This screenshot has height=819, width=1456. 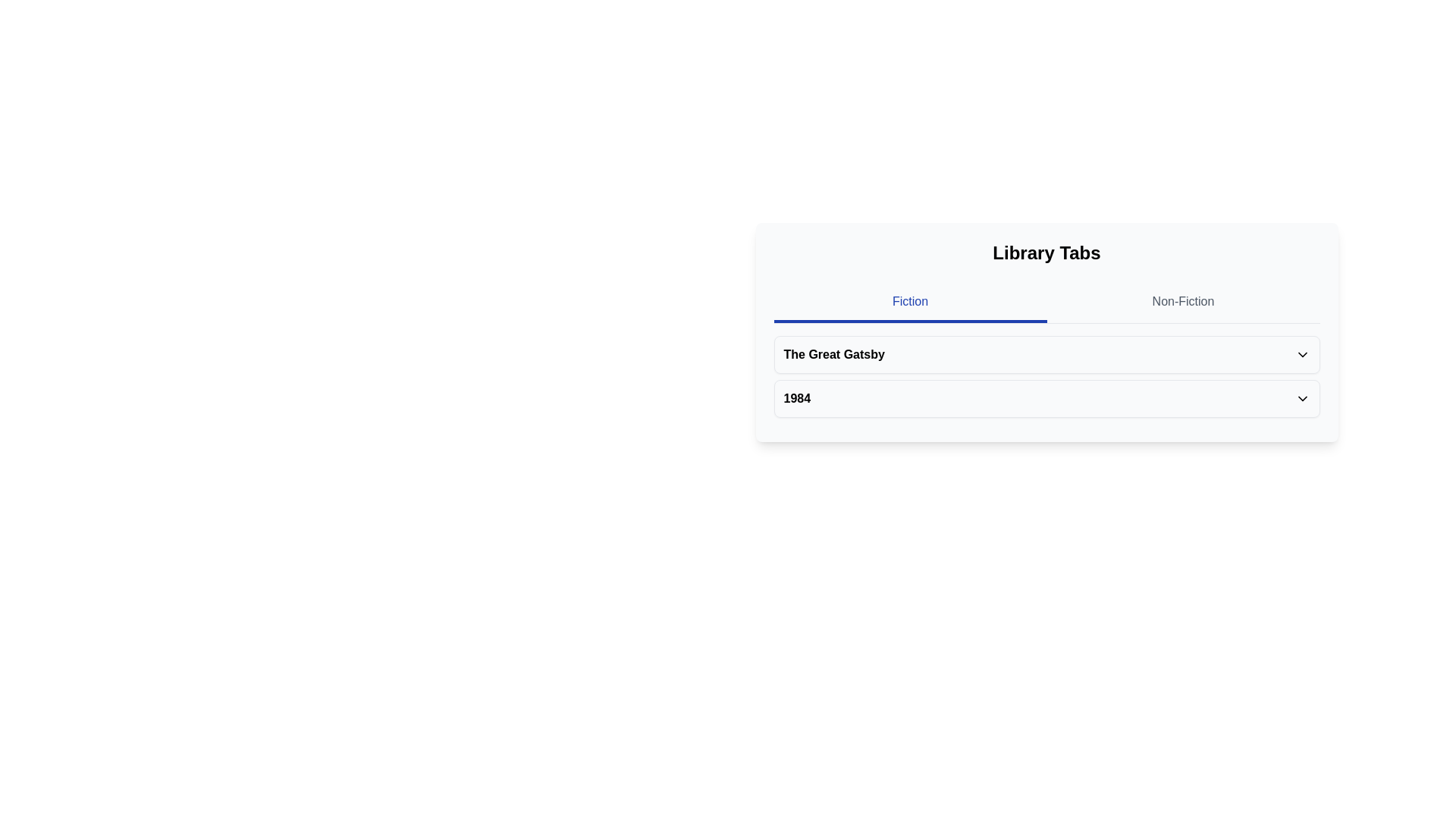 What do you see at coordinates (1046, 354) in the screenshot?
I see `the dropdown labeled 'The Great Gatsby'` at bounding box center [1046, 354].